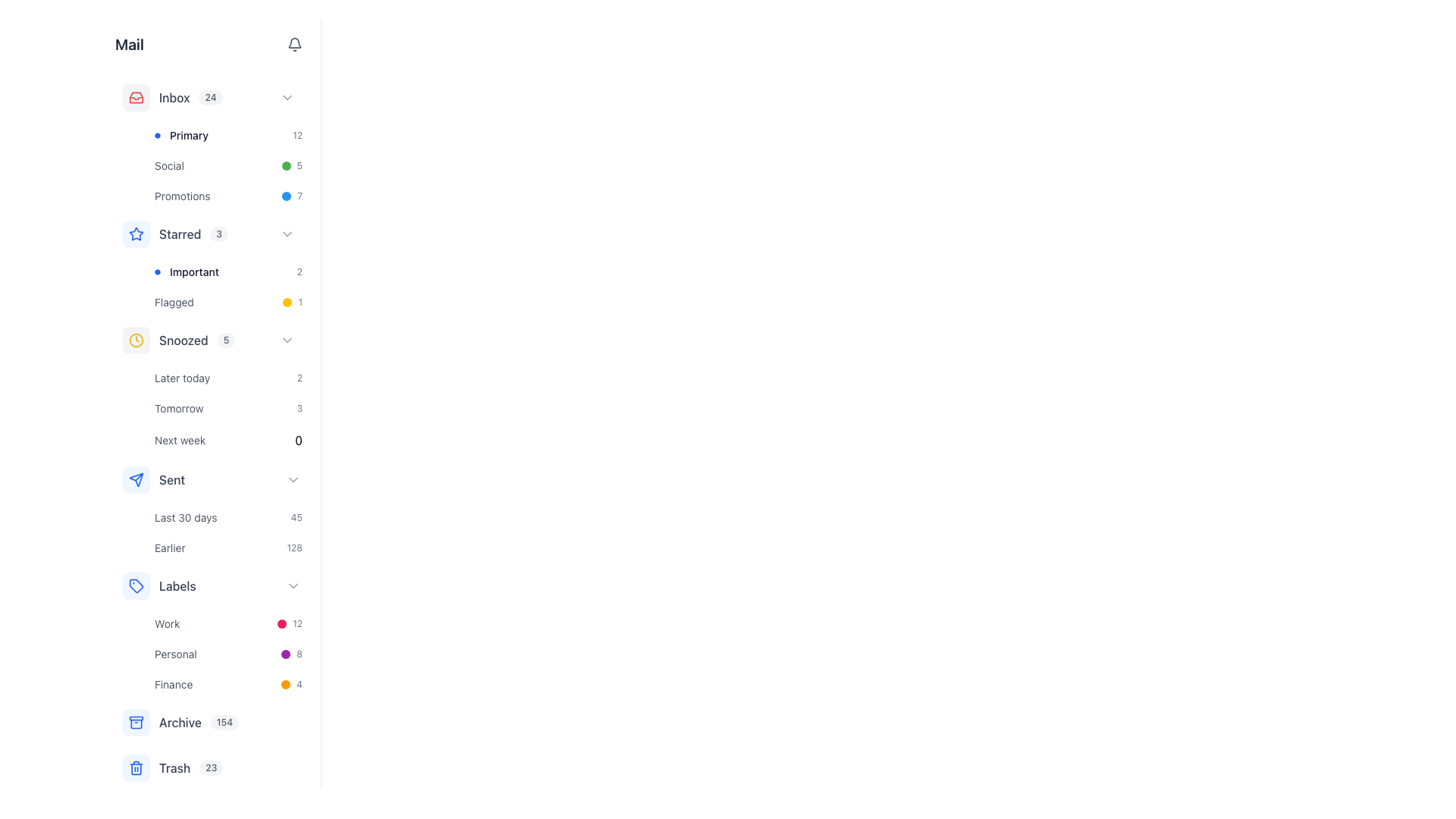 The height and width of the screenshot is (819, 1456). What do you see at coordinates (227, 654) in the screenshot?
I see `the 'Personal' list item` at bounding box center [227, 654].